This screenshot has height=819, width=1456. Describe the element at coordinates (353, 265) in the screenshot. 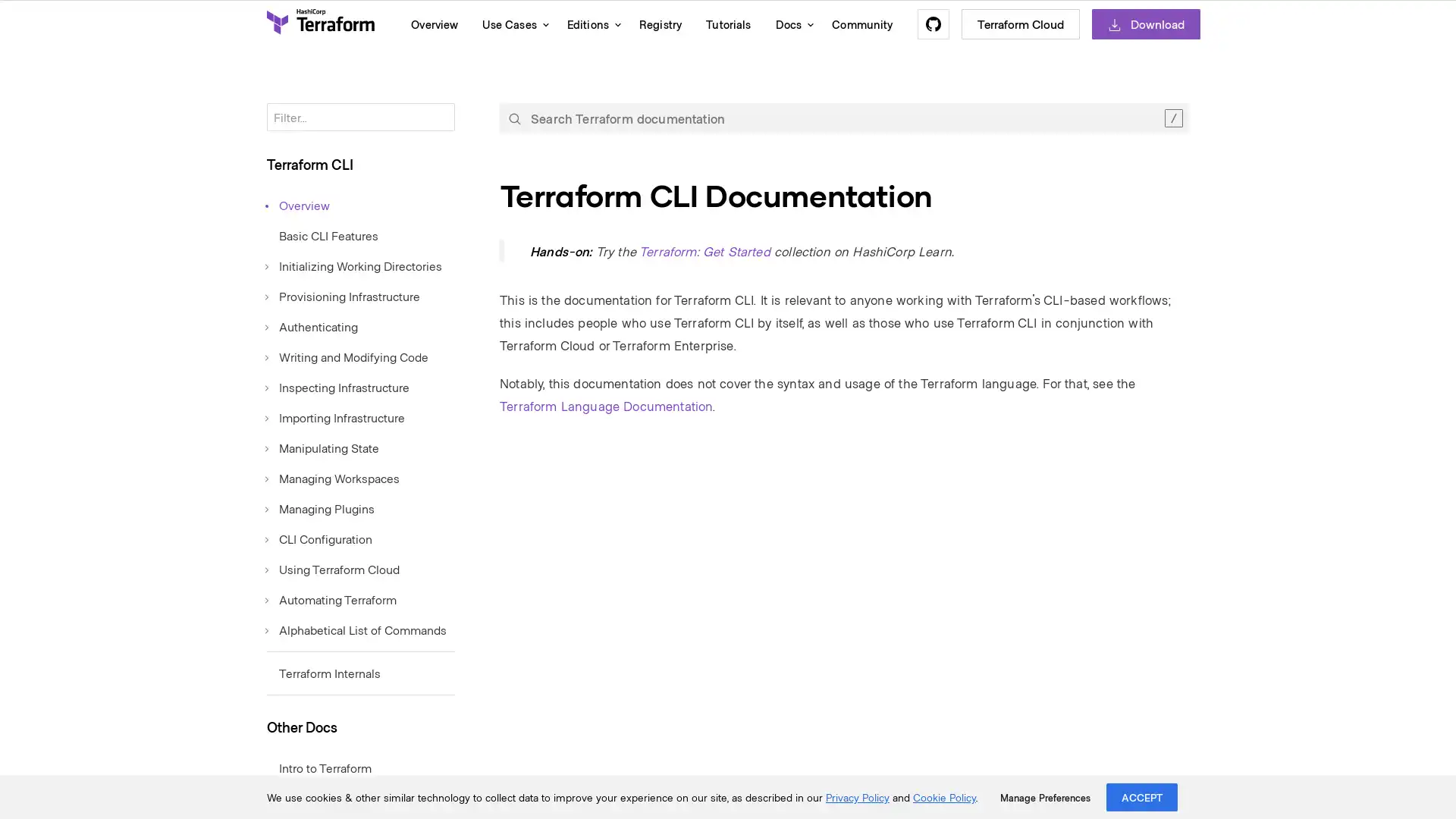

I see `Initializing Working Directories` at that location.